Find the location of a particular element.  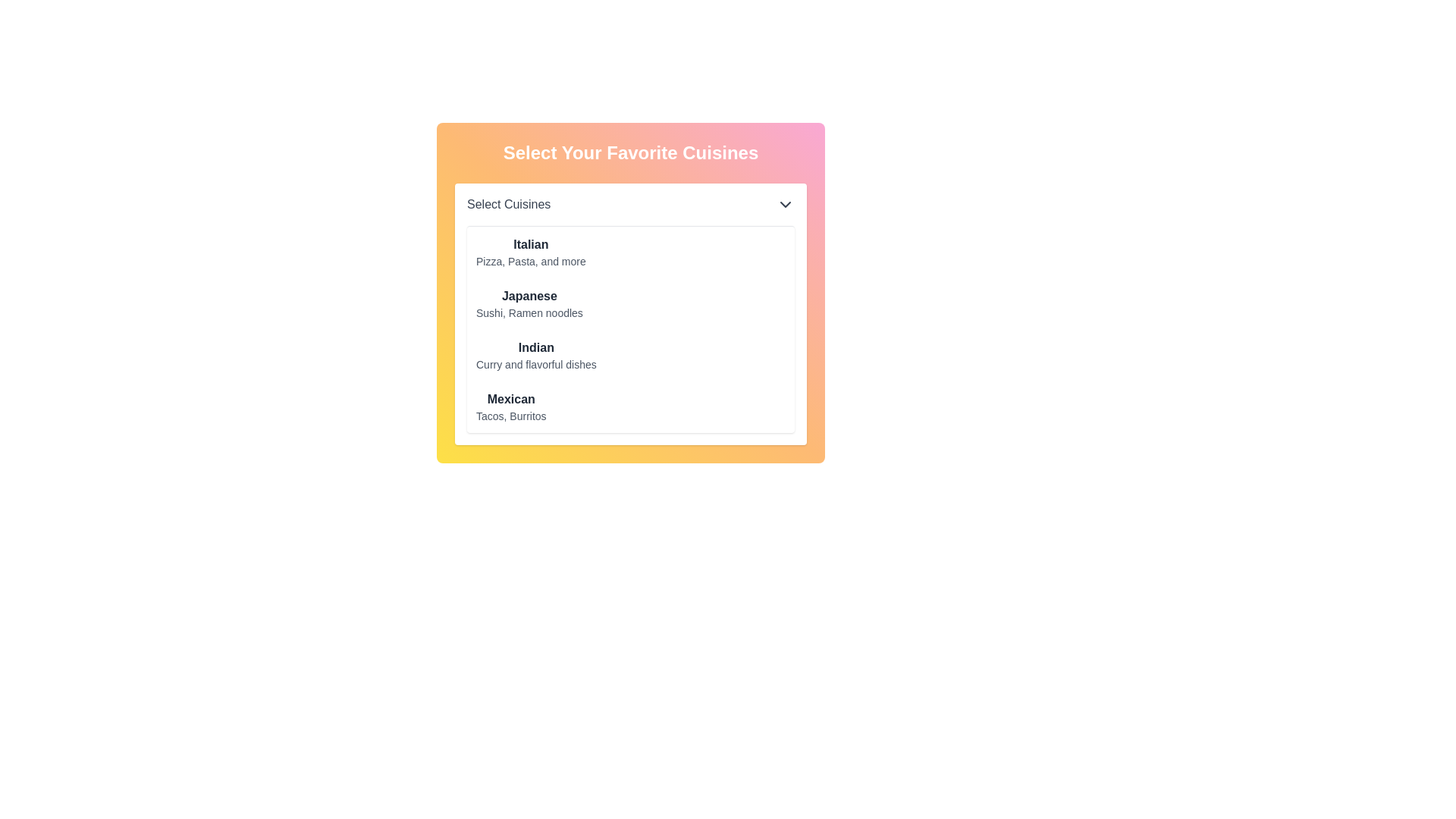

the static text label displaying 'Mexican', which is styled in bold dark gray and serves as a heading for the cuisine category in the dropdown list is located at coordinates (511, 399).